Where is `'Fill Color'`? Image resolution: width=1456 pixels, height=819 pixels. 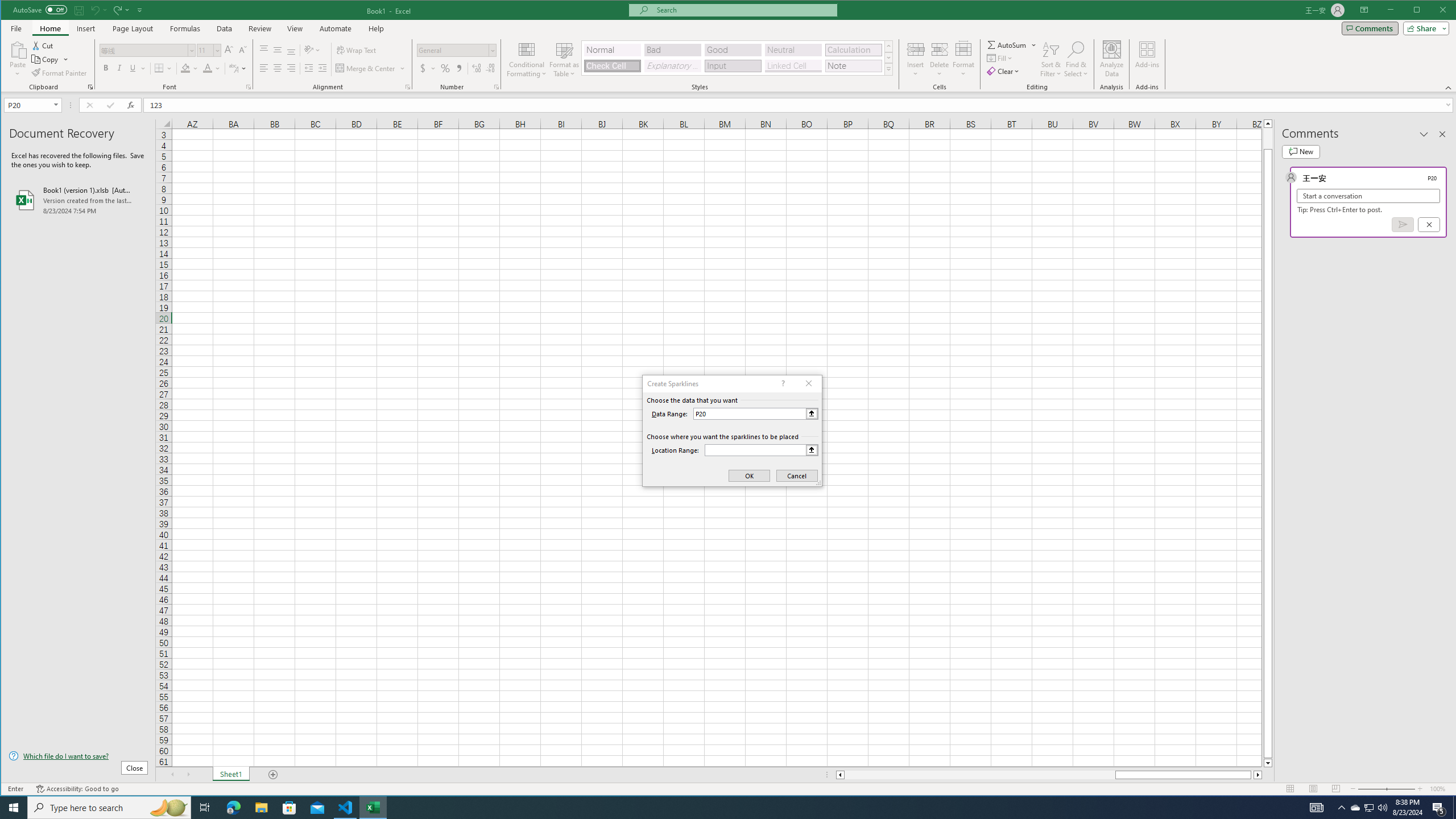 'Fill Color' is located at coordinates (190, 68).